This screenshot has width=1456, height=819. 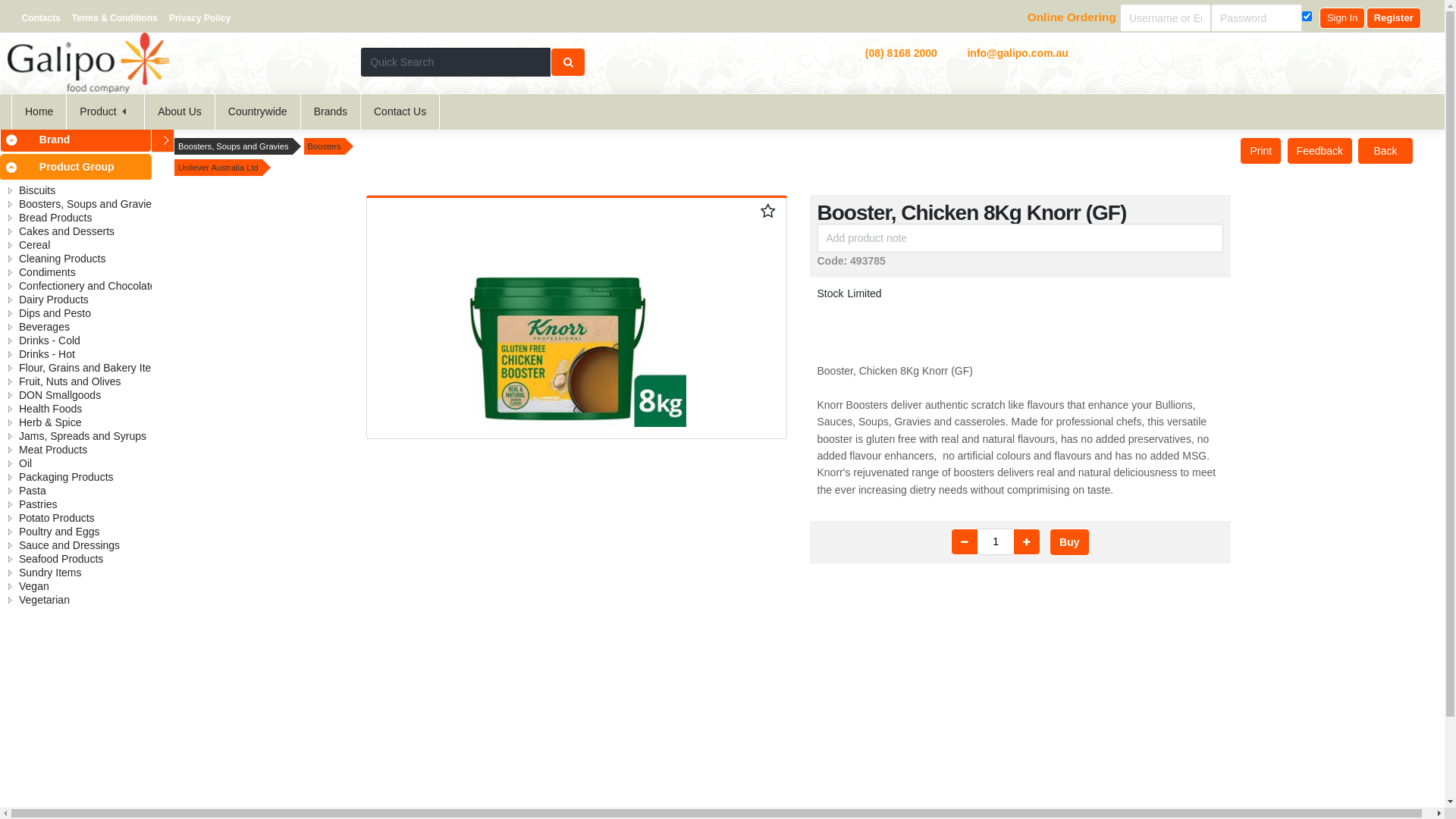 I want to click on 'Fruit, Nuts and Olives', so click(x=69, y=380).